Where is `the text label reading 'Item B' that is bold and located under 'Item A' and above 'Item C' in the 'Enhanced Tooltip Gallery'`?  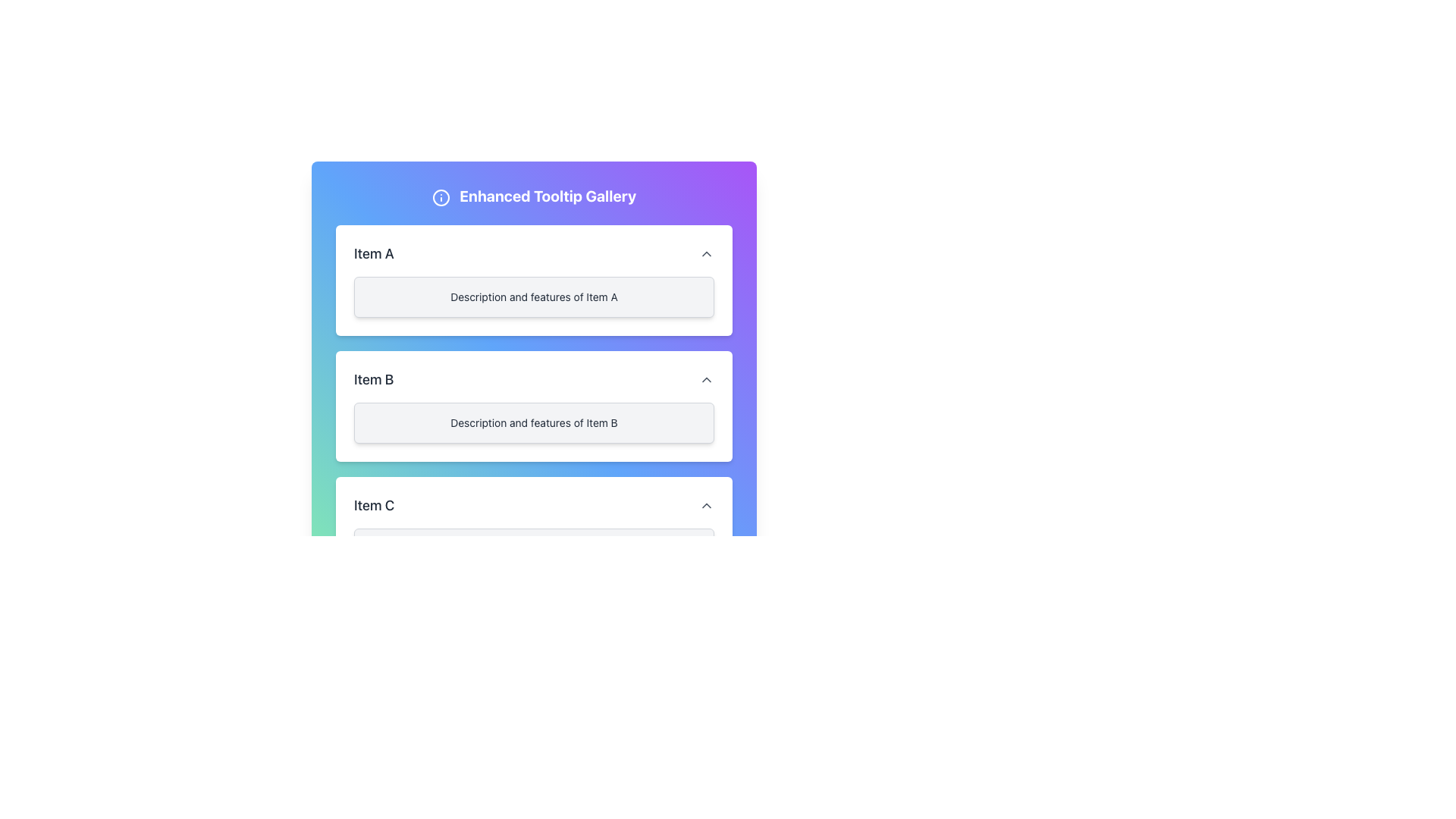 the text label reading 'Item B' that is bold and located under 'Item A' and above 'Item C' in the 'Enhanced Tooltip Gallery' is located at coordinates (374, 379).